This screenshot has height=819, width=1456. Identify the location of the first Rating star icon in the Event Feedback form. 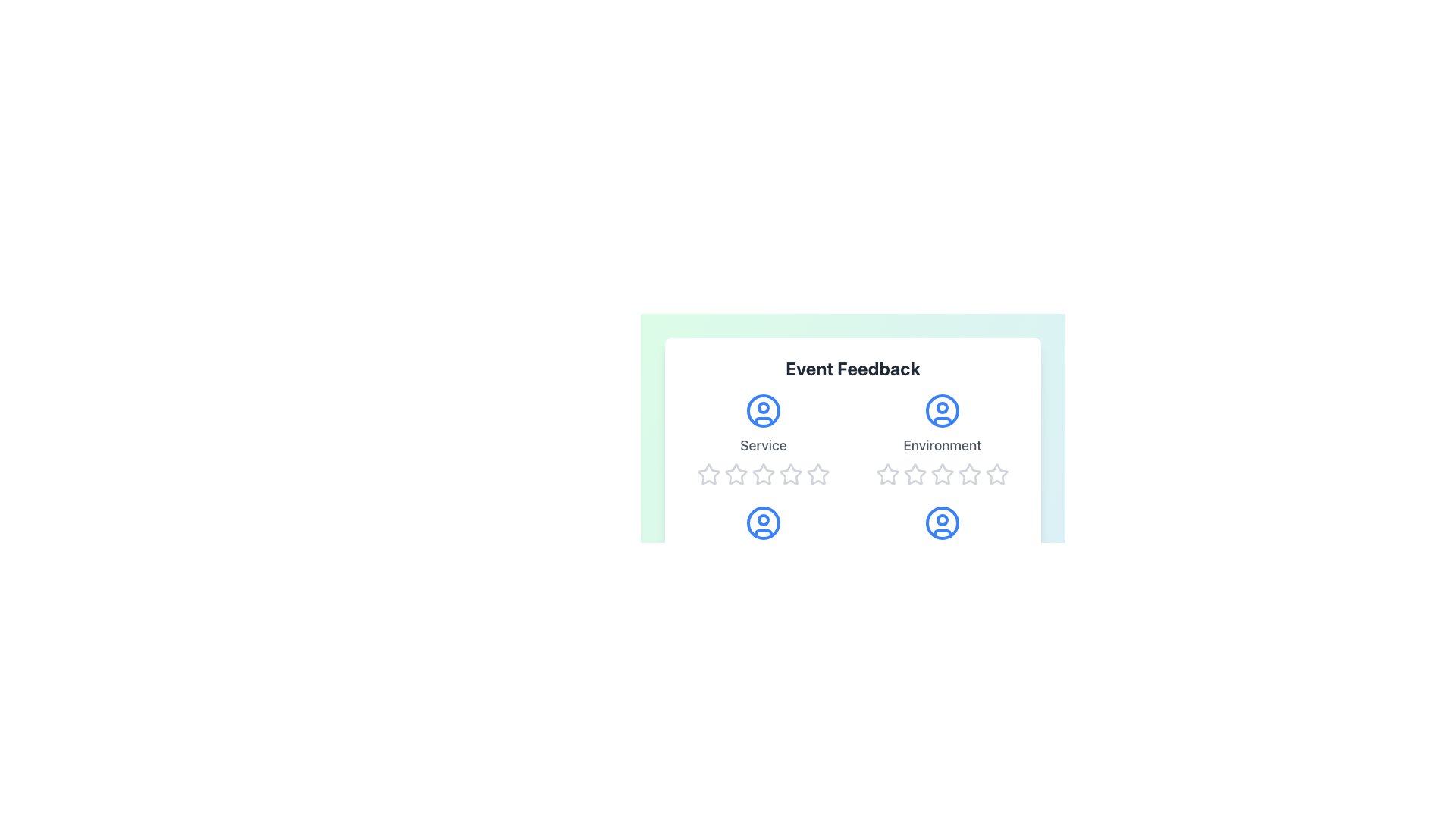
(708, 473).